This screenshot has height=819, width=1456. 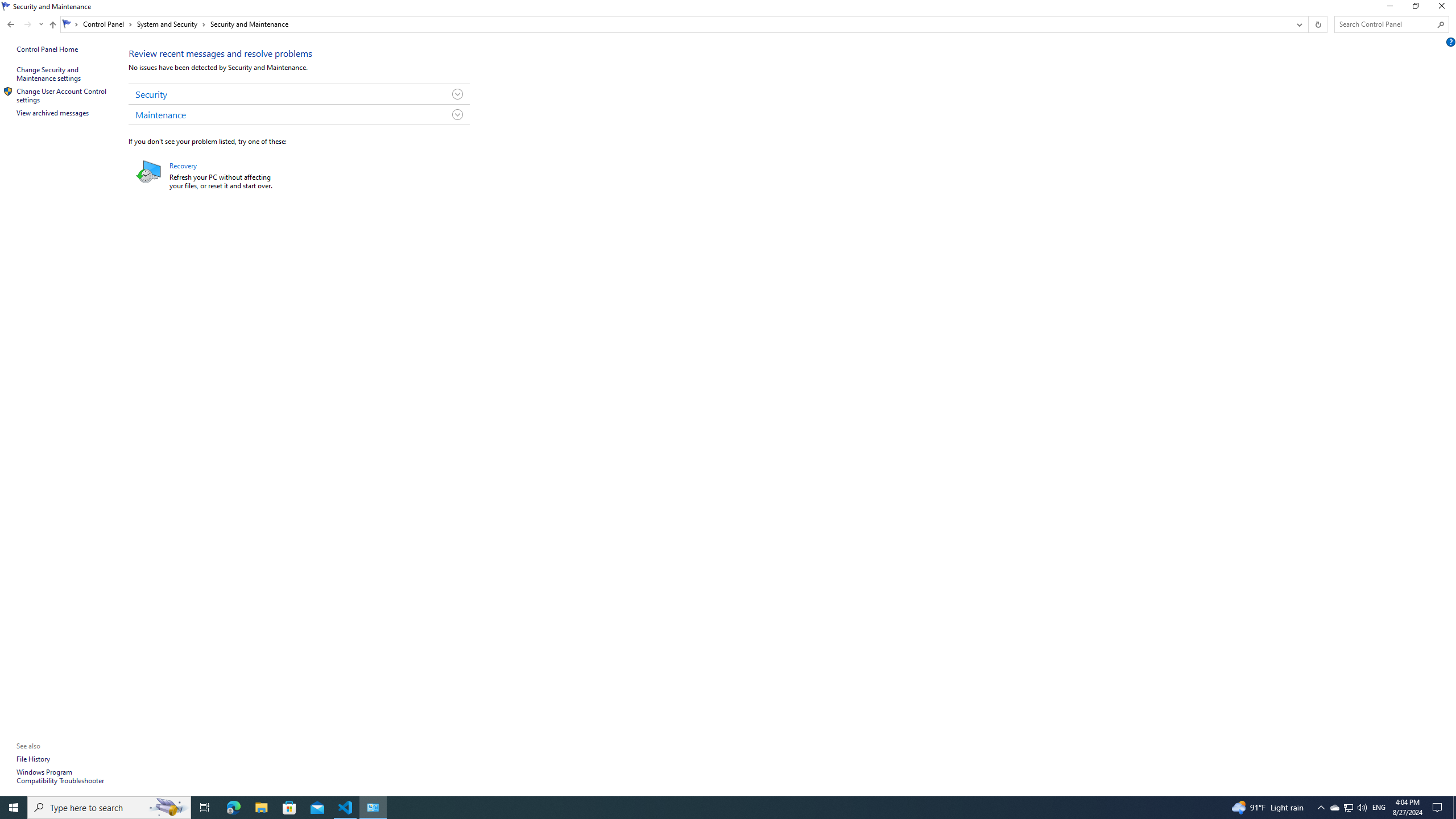 What do you see at coordinates (183, 166) in the screenshot?
I see `'Recovery'` at bounding box center [183, 166].